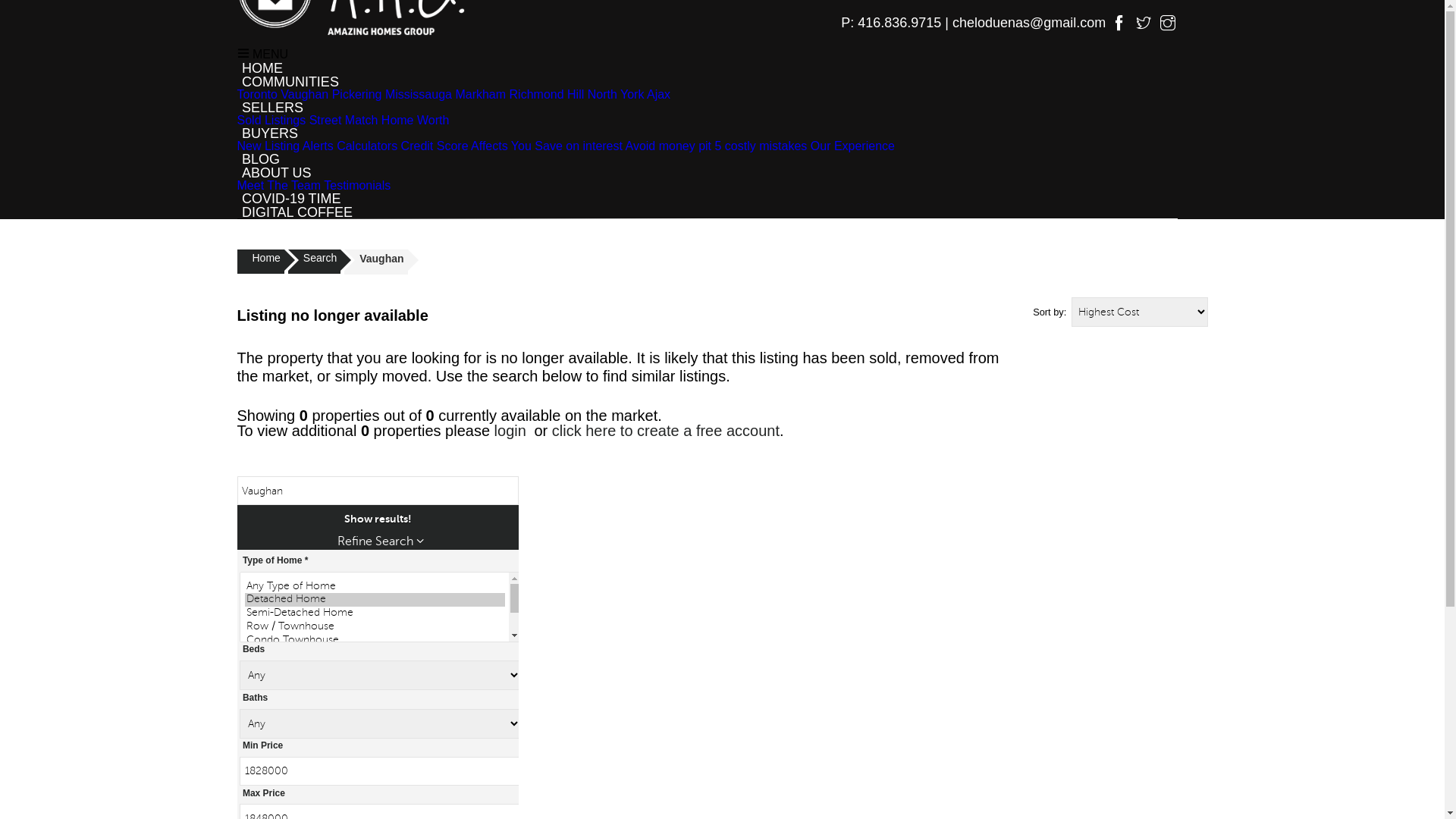 The image size is (1456, 819). I want to click on '5 costly mistakes', so click(761, 146).